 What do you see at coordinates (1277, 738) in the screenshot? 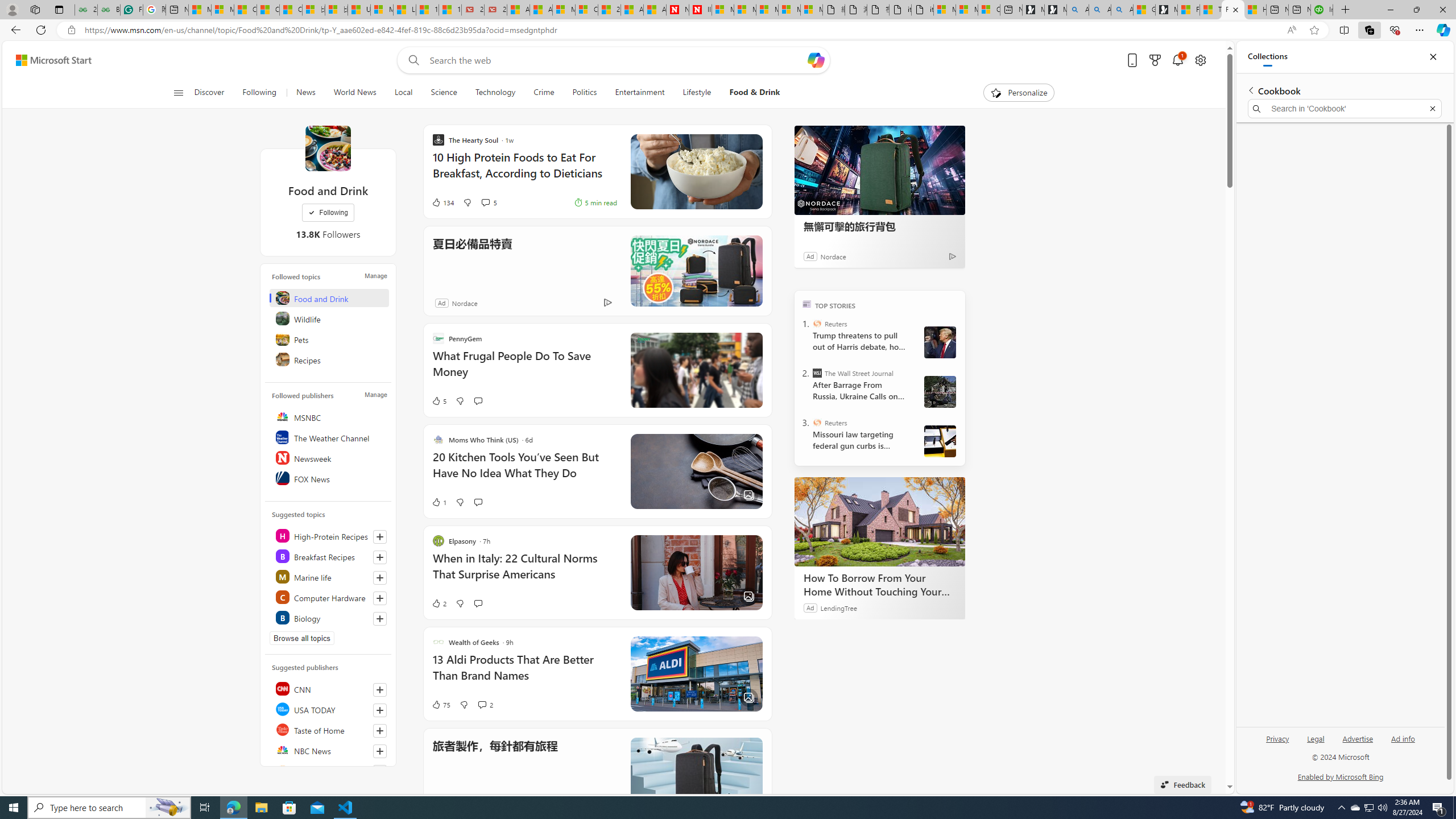
I see `'Privacy'` at bounding box center [1277, 738].